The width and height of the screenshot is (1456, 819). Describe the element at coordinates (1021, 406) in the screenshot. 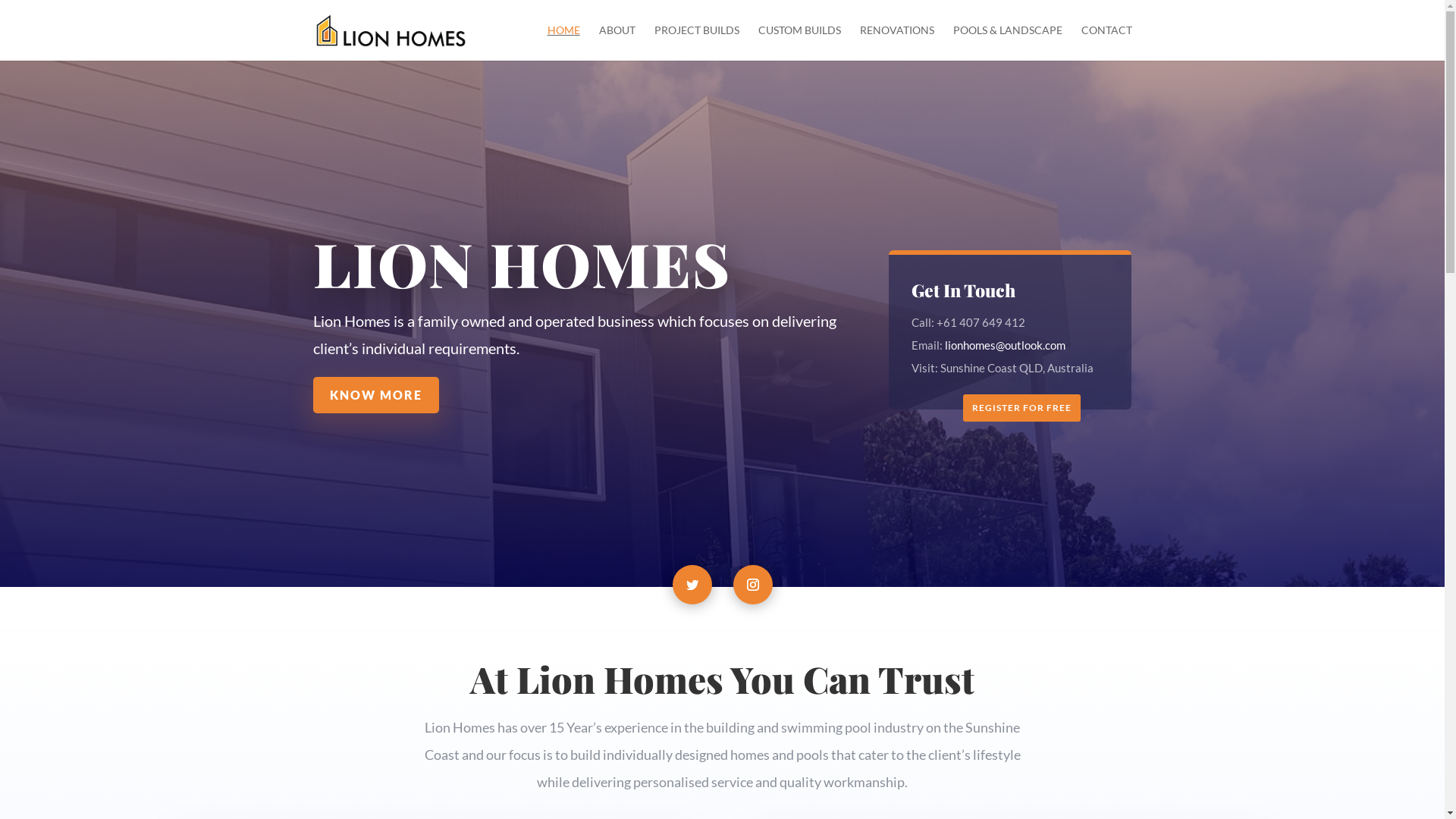

I see `'REGISTER FOR FREE'` at that location.